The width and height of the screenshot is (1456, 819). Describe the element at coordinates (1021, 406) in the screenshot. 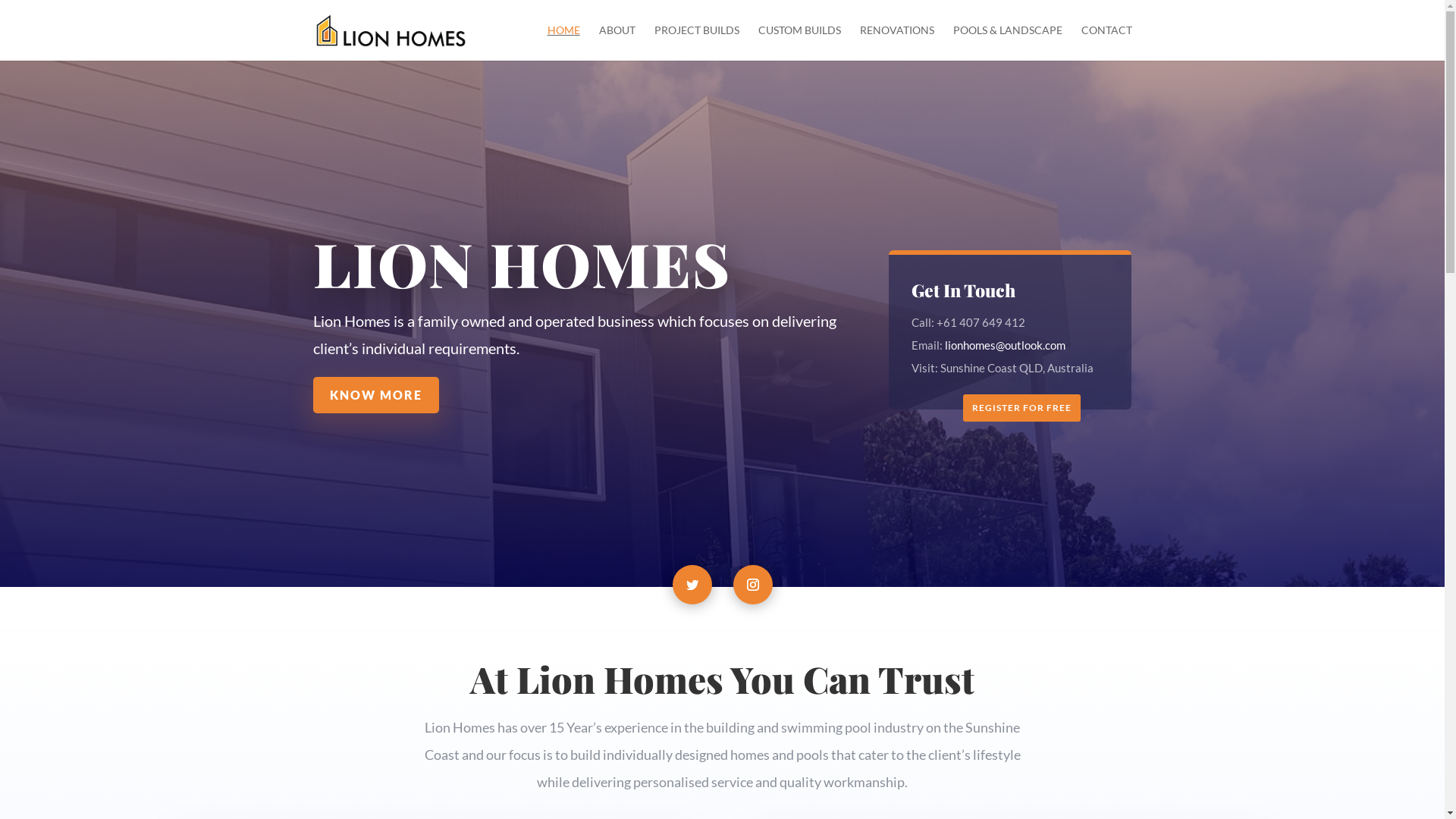

I see `'REGISTER FOR FREE'` at that location.